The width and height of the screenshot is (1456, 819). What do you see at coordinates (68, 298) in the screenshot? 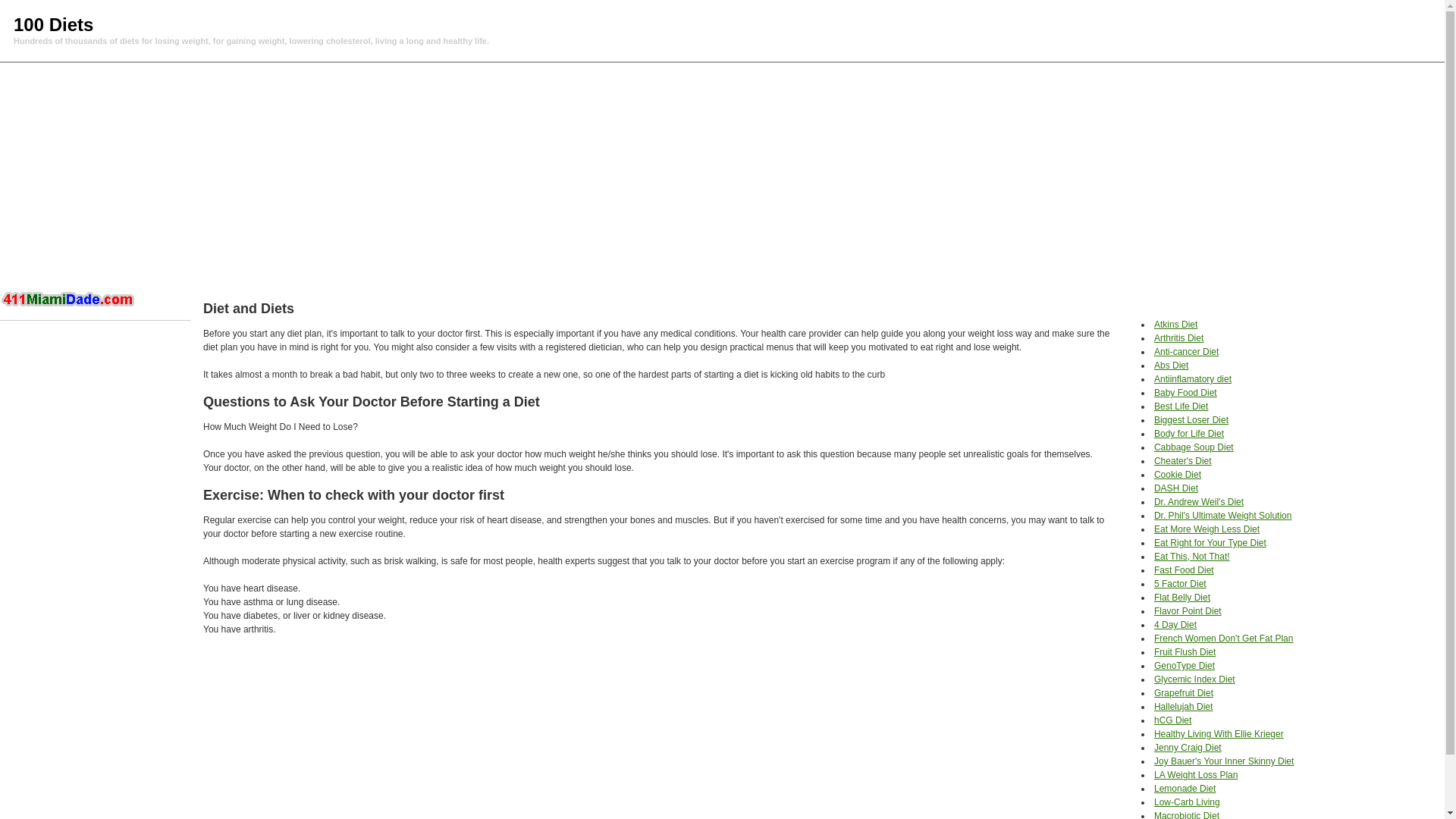
I see `'Hotel in Miami'` at bounding box center [68, 298].